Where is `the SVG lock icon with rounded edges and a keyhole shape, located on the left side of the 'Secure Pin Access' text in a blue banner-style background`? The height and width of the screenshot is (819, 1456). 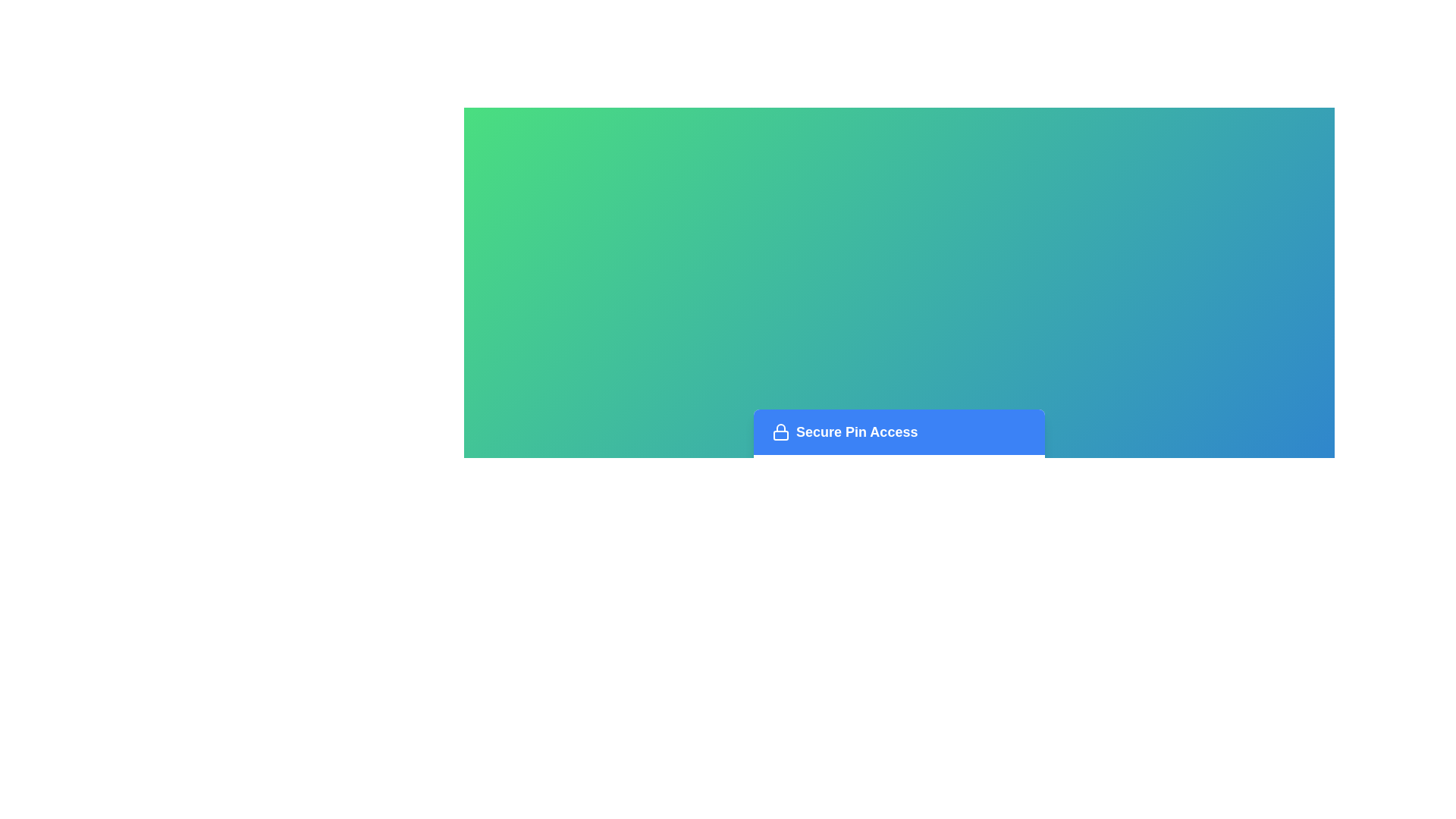
the SVG lock icon with rounded edges and a keyhole shape, located on the left side of the 'Secure Pin Access' text in a blue banner-style background is located at coordinates (781, 432).